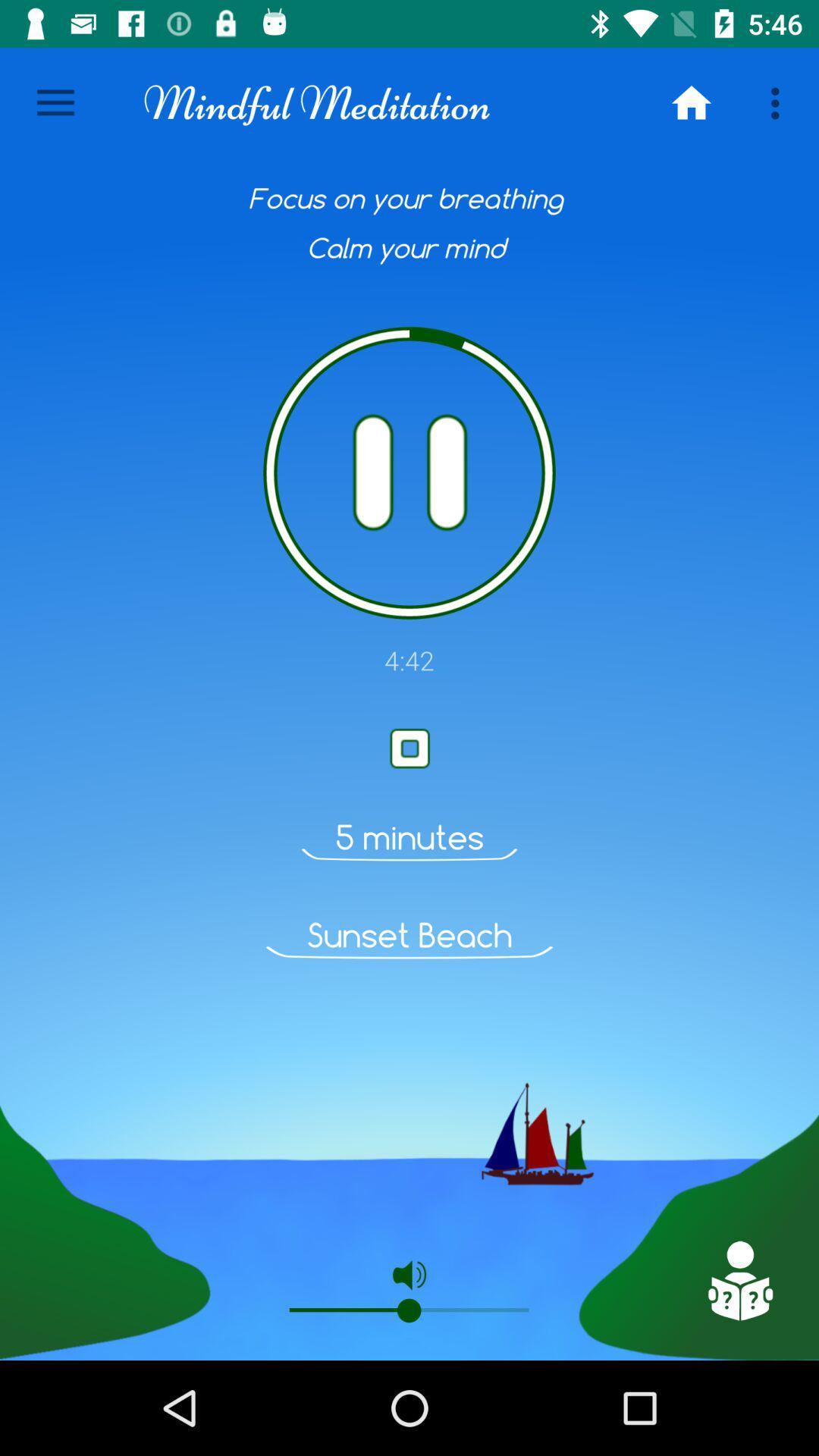  I want to click on go back, so click(739, 1280).